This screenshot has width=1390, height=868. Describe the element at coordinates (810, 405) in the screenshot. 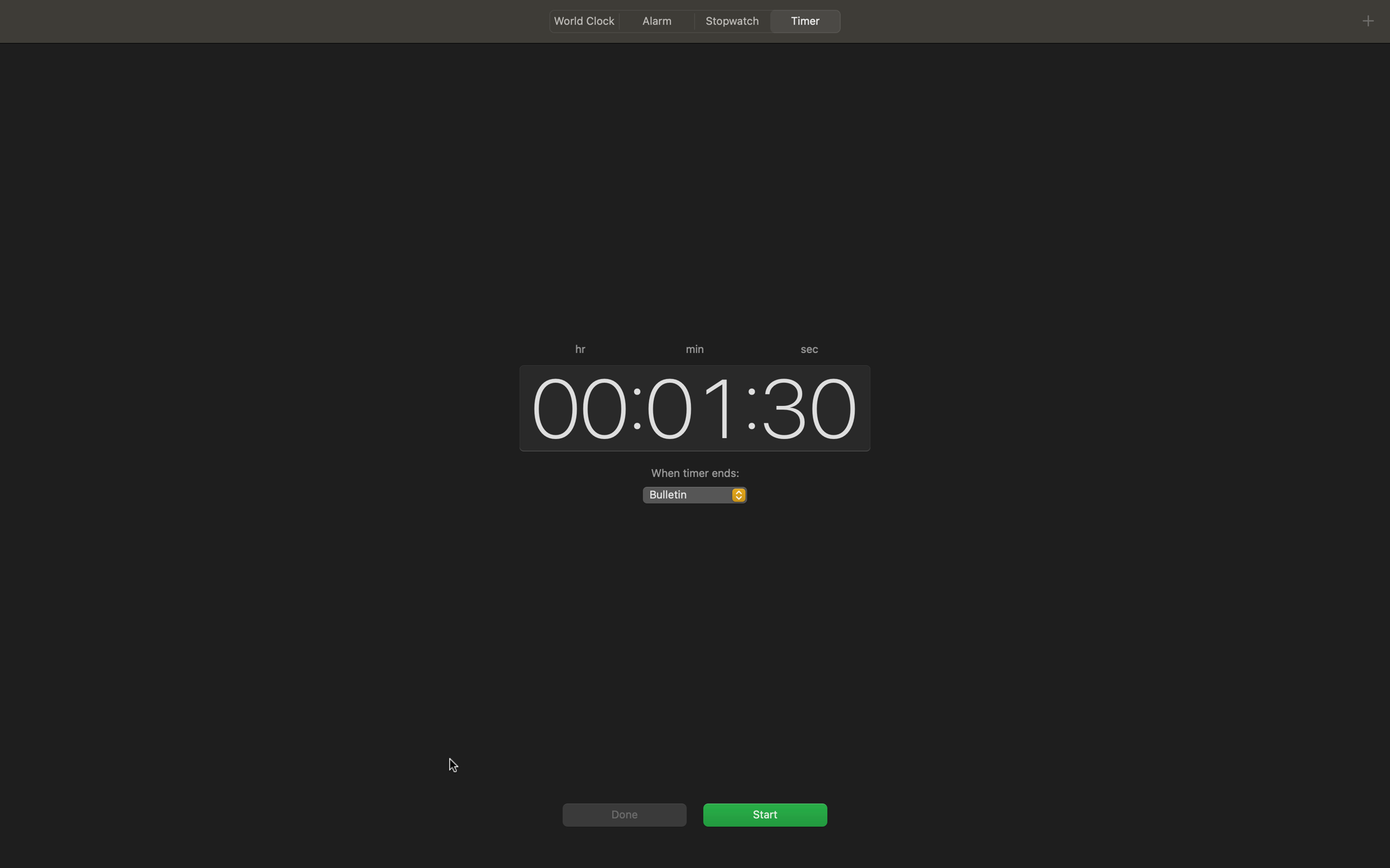

I see `Update the seconds field to 45` at that location.